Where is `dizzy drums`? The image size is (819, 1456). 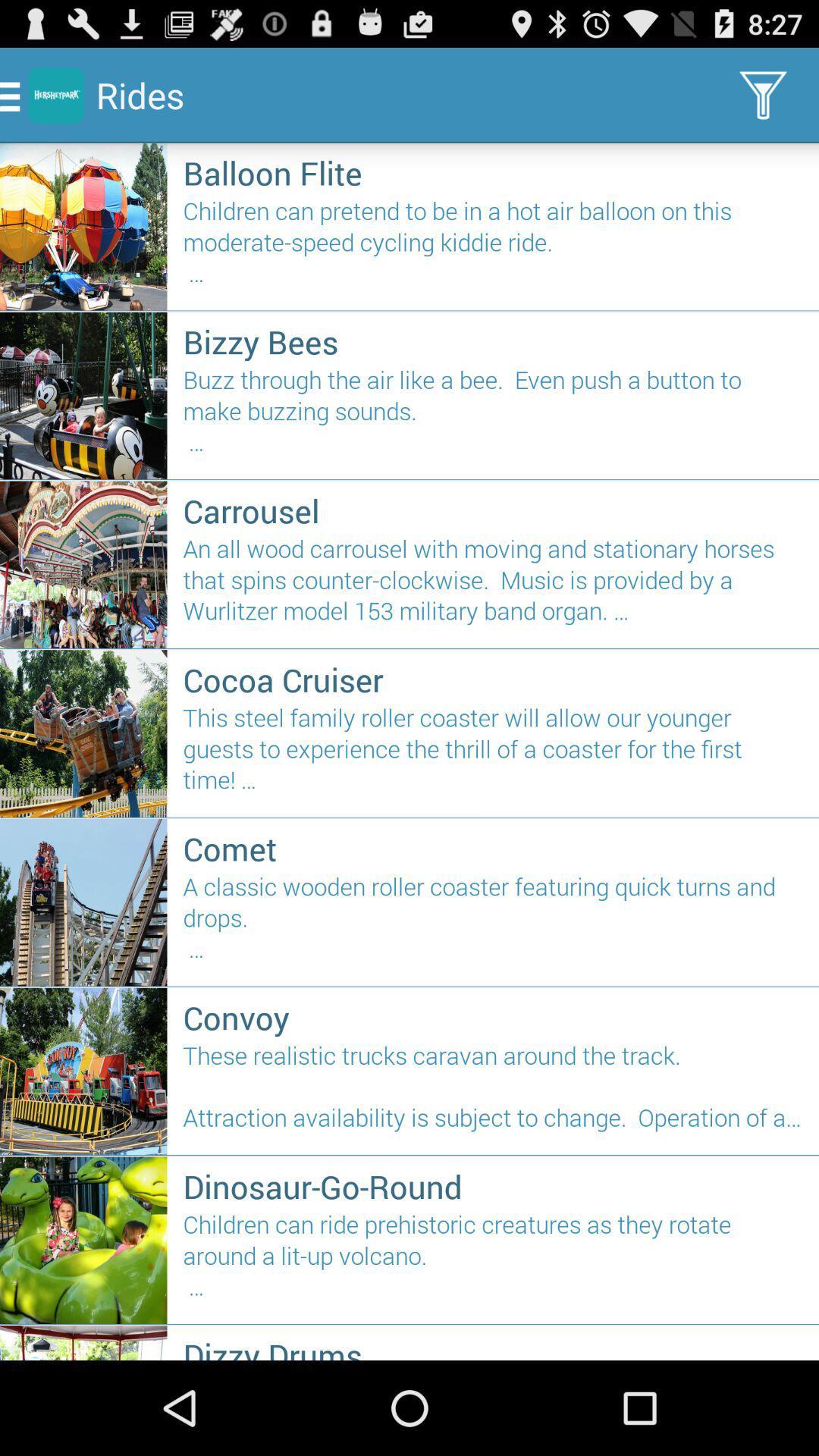 dizzy drums is located at coordinates (493, 1347).